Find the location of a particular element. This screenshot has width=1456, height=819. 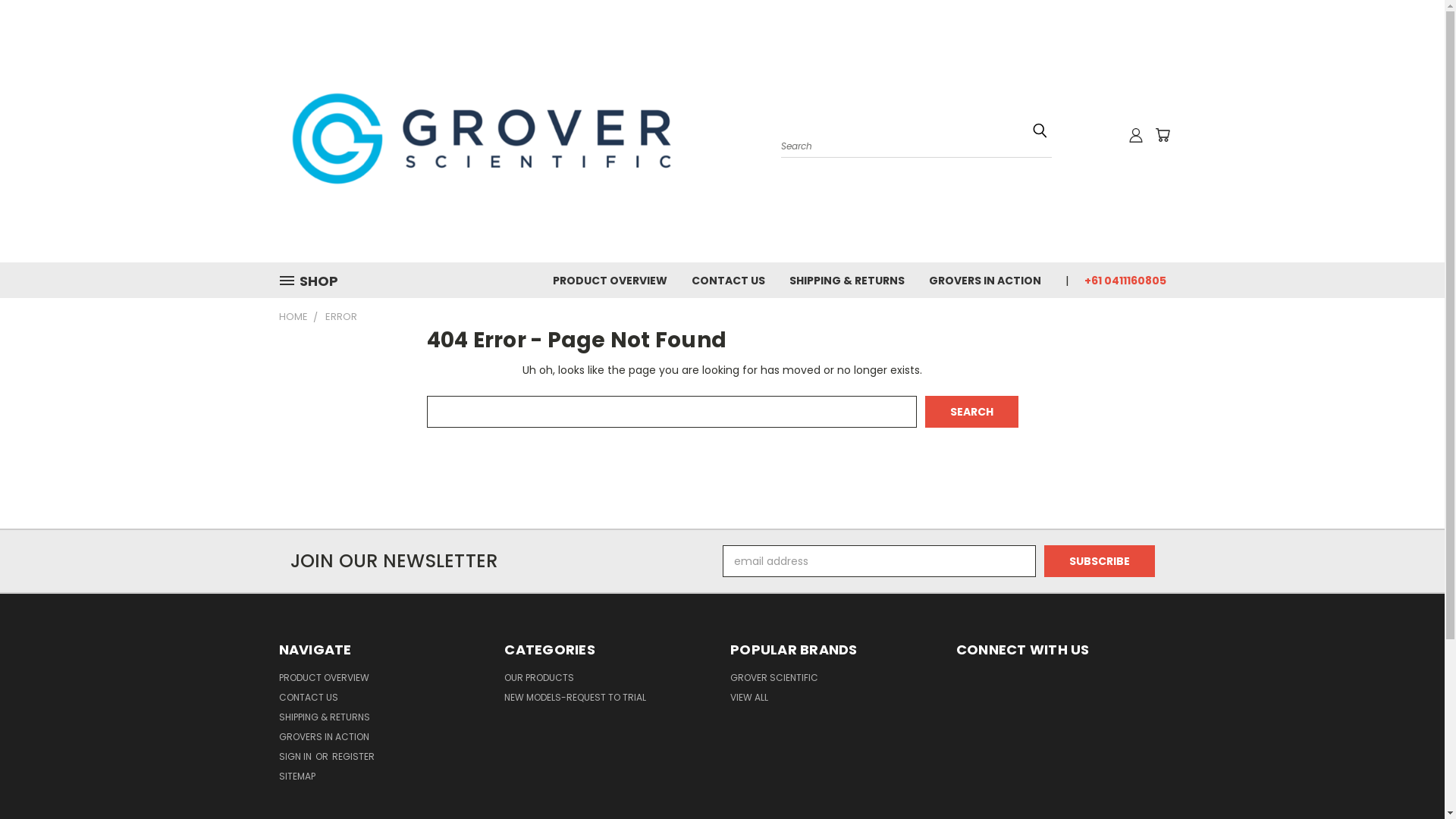

'HOME' is located at coordinates (293, 315).